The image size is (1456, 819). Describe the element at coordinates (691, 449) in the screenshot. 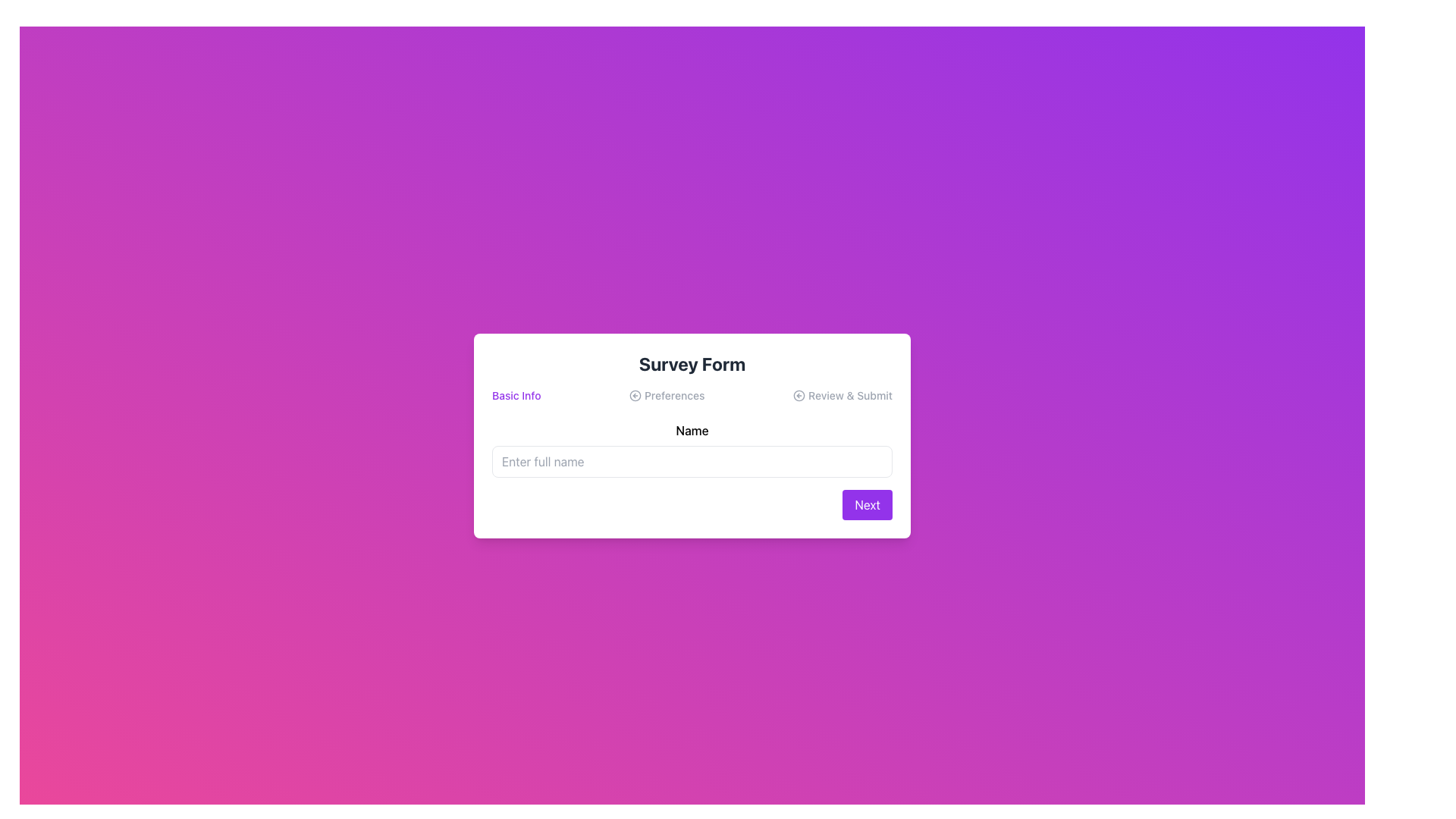

I see `into the input field labeled 'Name' to focus on it for entering the user's full name` at that location.